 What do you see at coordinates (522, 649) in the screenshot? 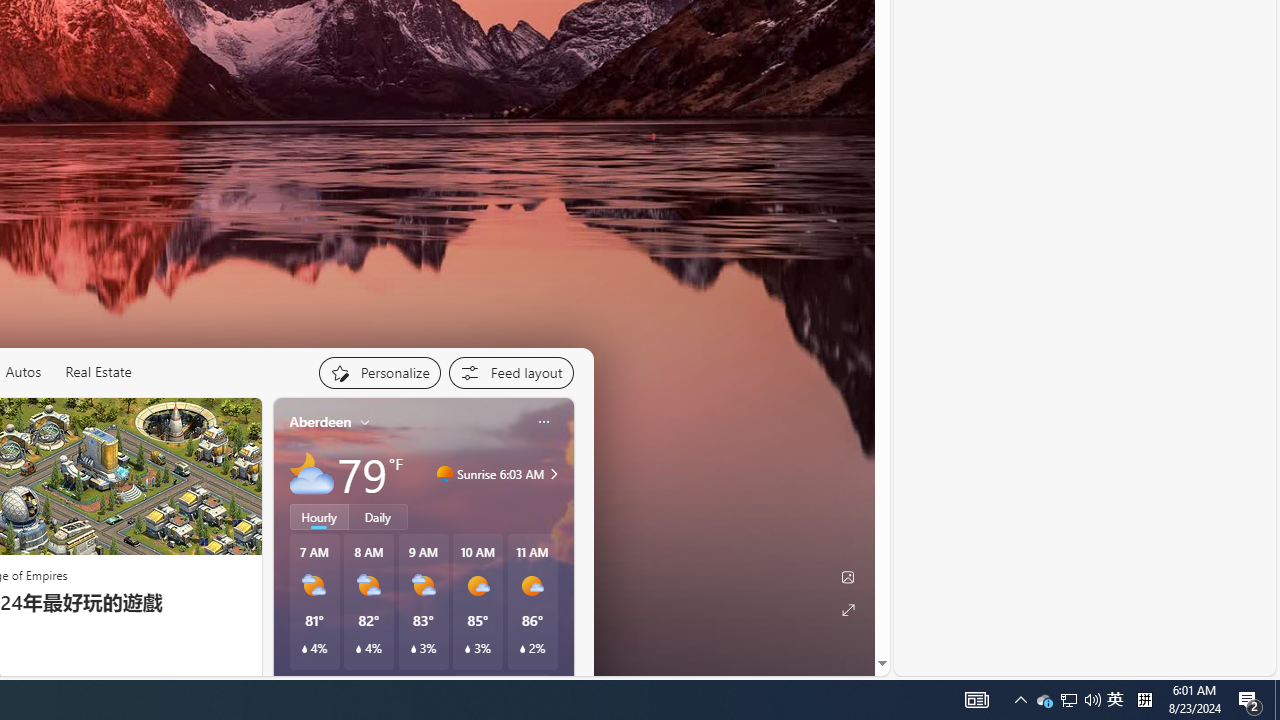
I see `'Class: weather-current-precipitation-glyph'` at bounding box center [522, 649].